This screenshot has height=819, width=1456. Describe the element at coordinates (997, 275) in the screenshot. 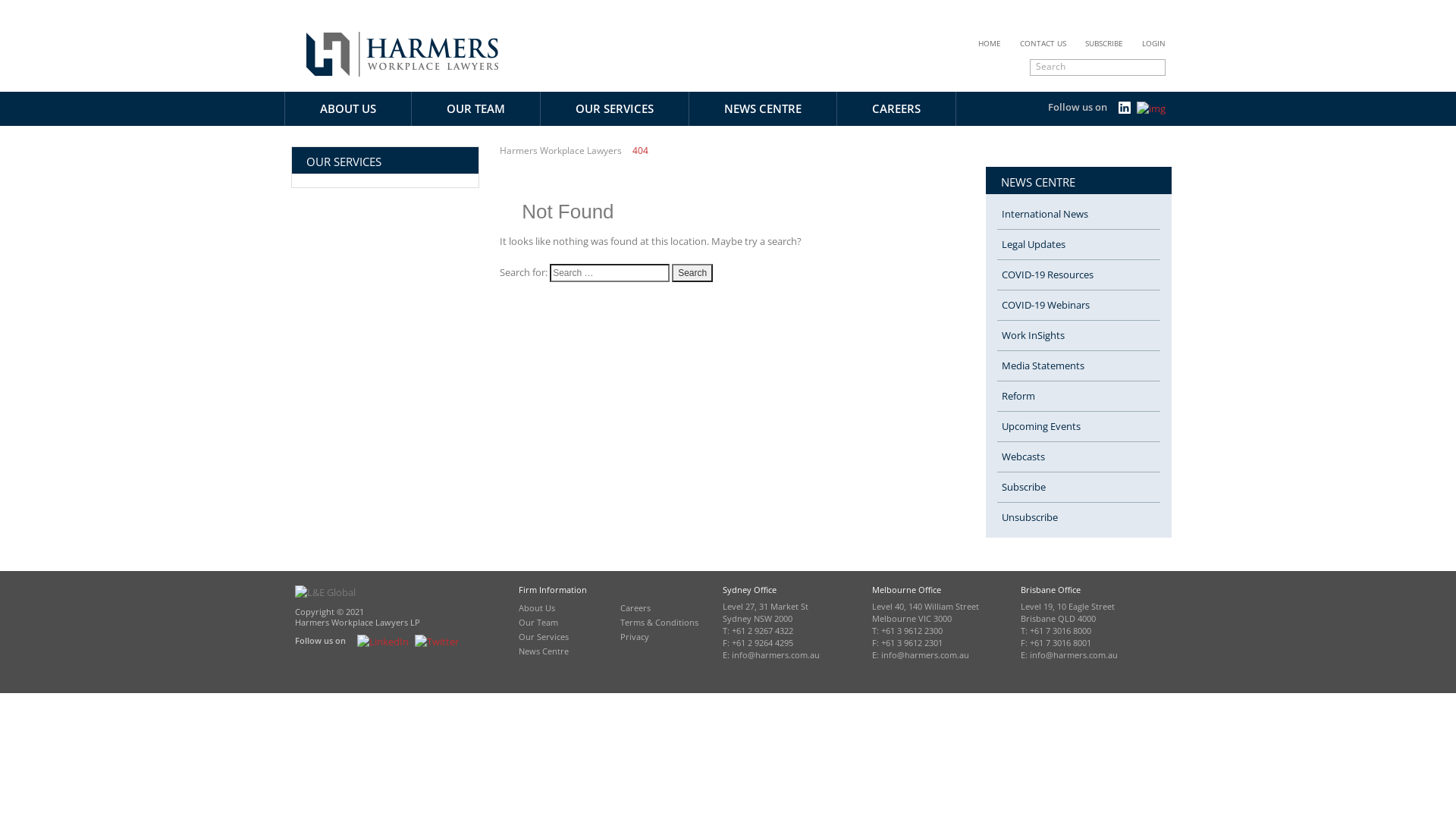

I see `'COVID-19 Resources'` at that location.